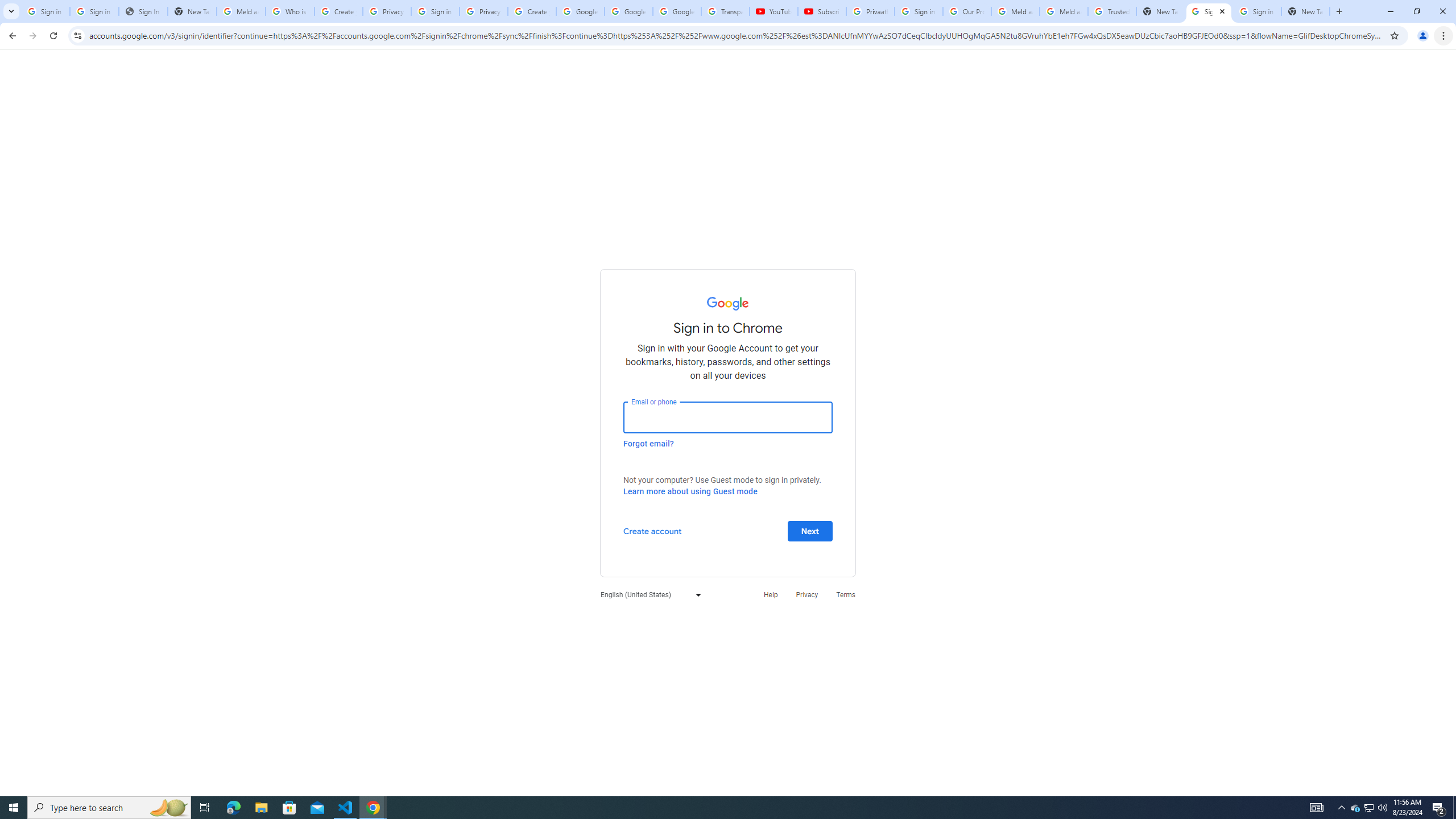 The height and width of the screenshot is (819, 1456). Describe the element at coordinates (728, 416) in the screenshot. I see `'Email or phone'` at that location.